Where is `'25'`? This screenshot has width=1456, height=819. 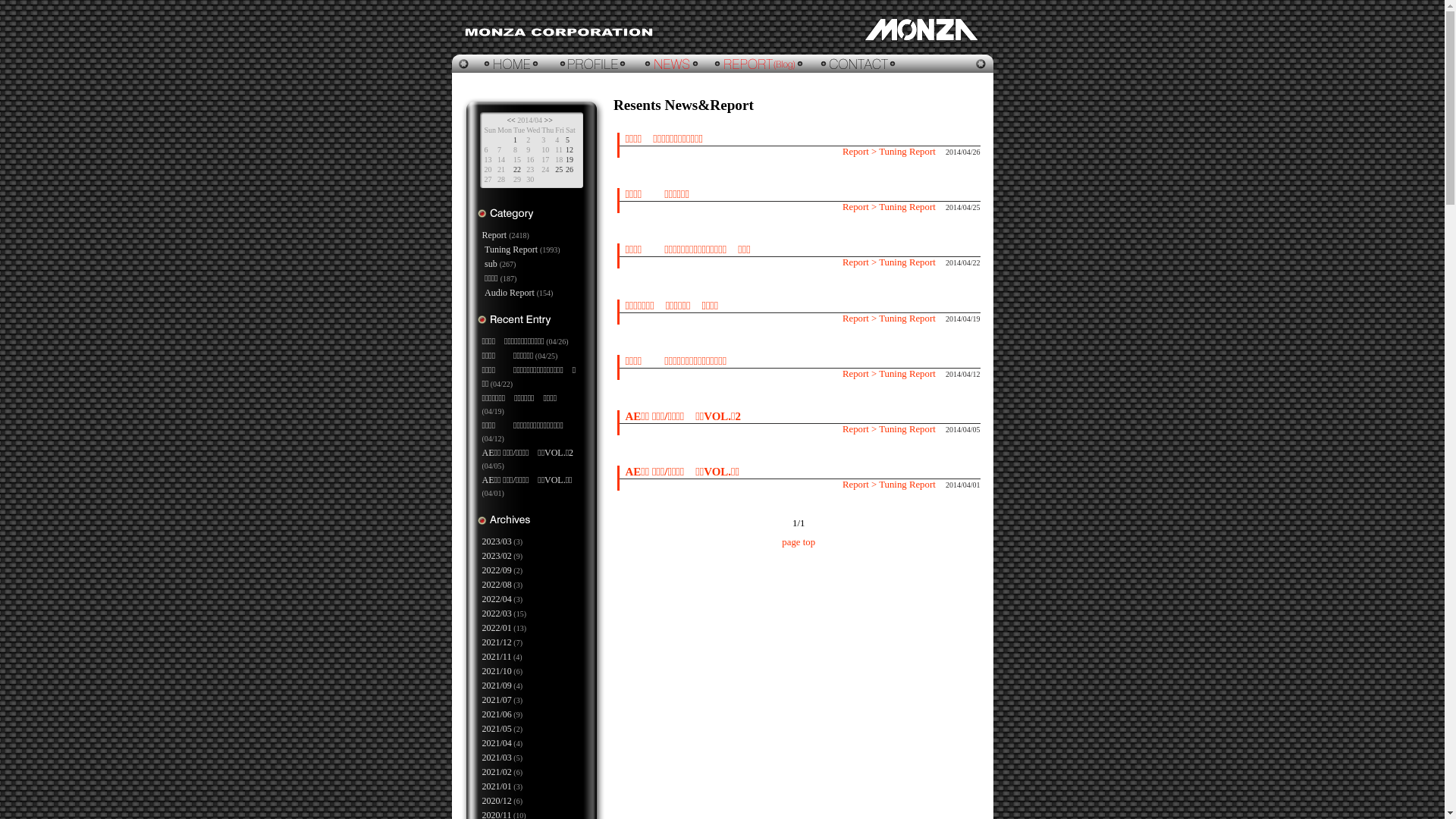
'25' is located at coordinates (558, 169).